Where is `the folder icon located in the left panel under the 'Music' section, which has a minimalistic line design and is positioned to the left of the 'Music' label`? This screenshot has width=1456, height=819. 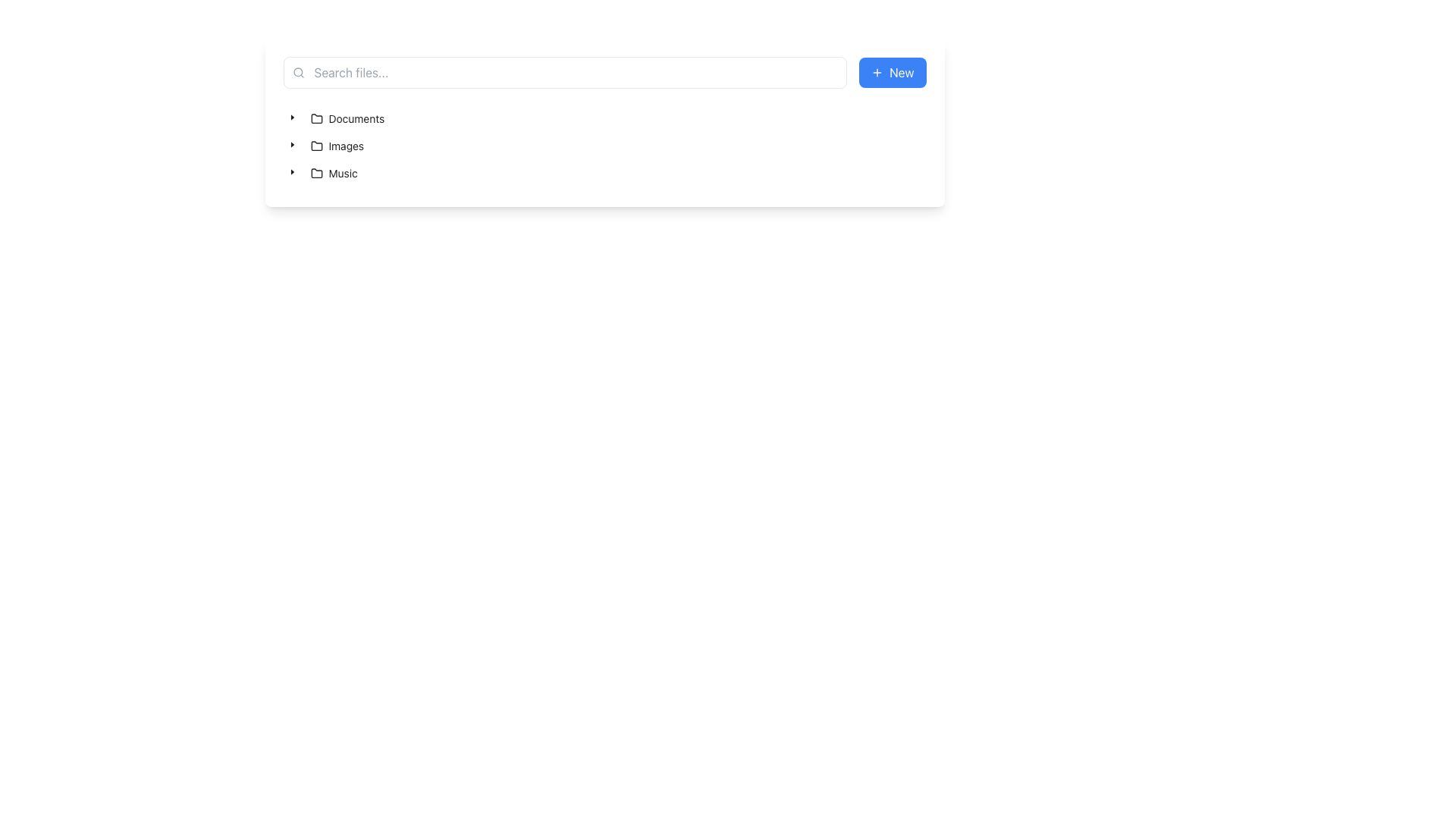
the folder icon located in the left panel under the 'Music' section, which has a minimalistic line design and is positioned to the left of the 'Music' label is located at coordinates (315, 172).